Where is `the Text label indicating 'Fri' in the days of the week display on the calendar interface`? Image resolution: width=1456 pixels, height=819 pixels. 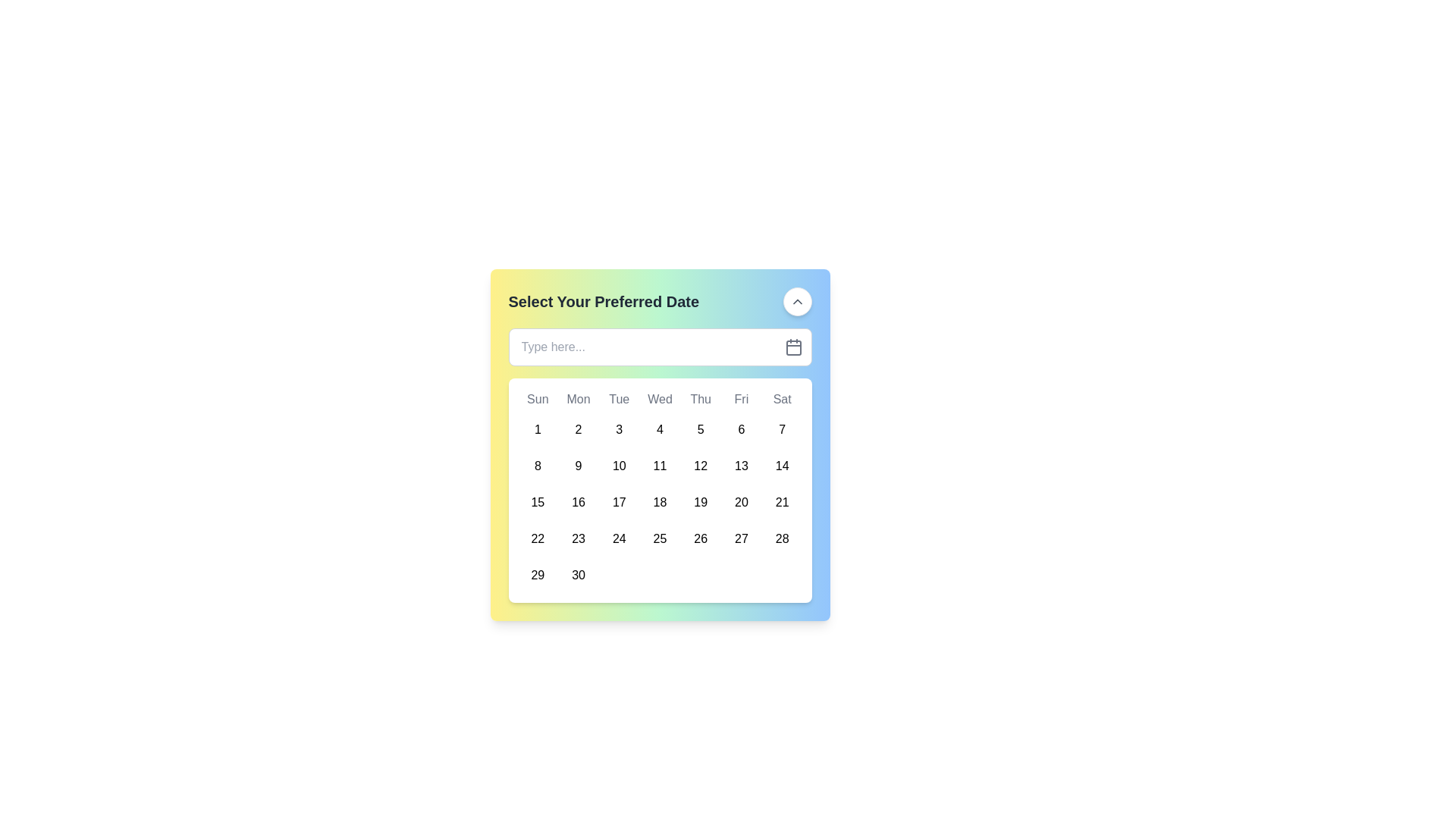 the Text label indicating 'Fri' in the days of the week display on the calendar interface is located at coordinates (741, 399).